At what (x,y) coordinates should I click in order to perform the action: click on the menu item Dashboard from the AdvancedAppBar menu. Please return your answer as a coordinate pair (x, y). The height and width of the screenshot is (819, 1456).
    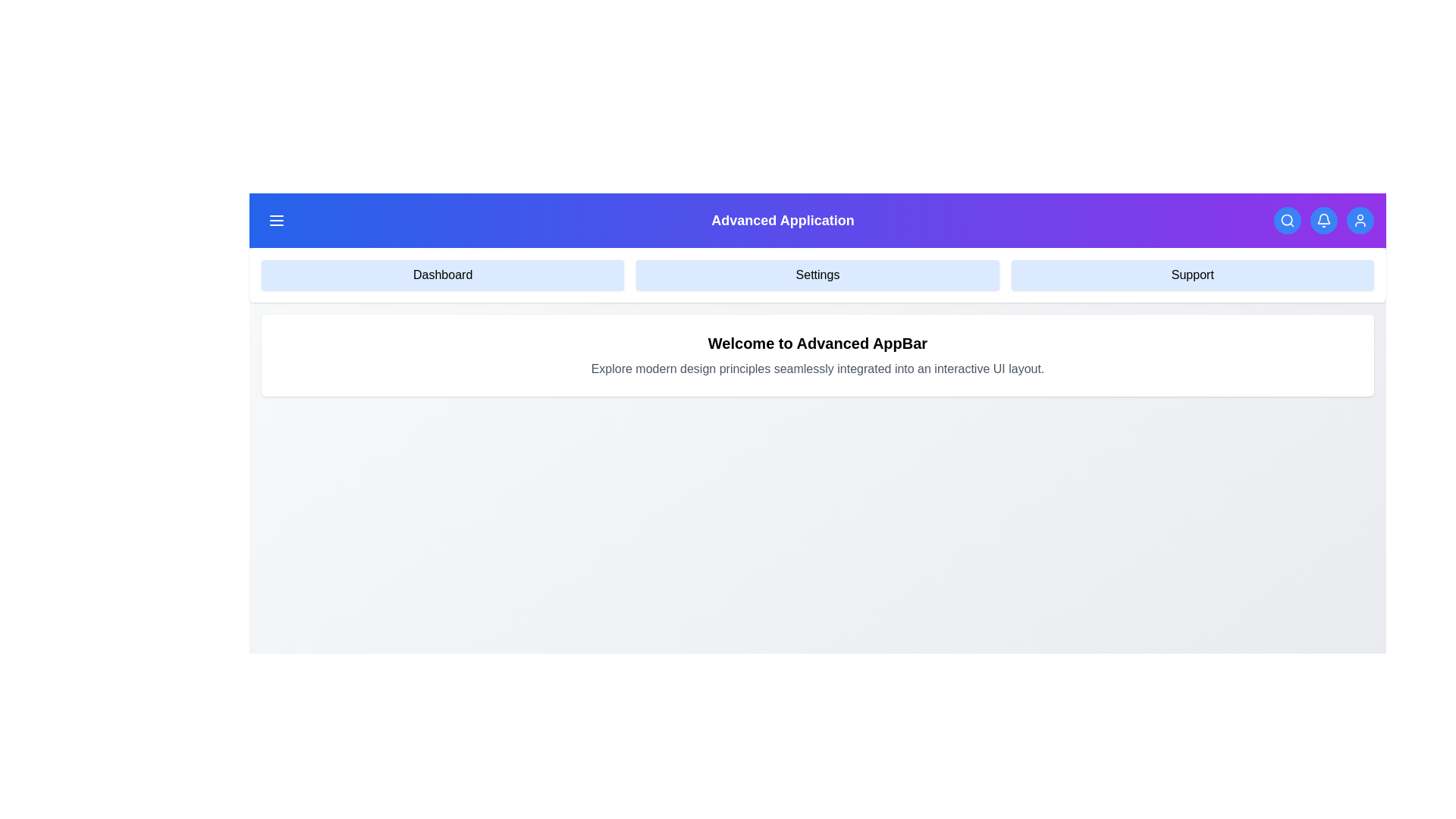
    Looking at the image, I should click on (442, 275).